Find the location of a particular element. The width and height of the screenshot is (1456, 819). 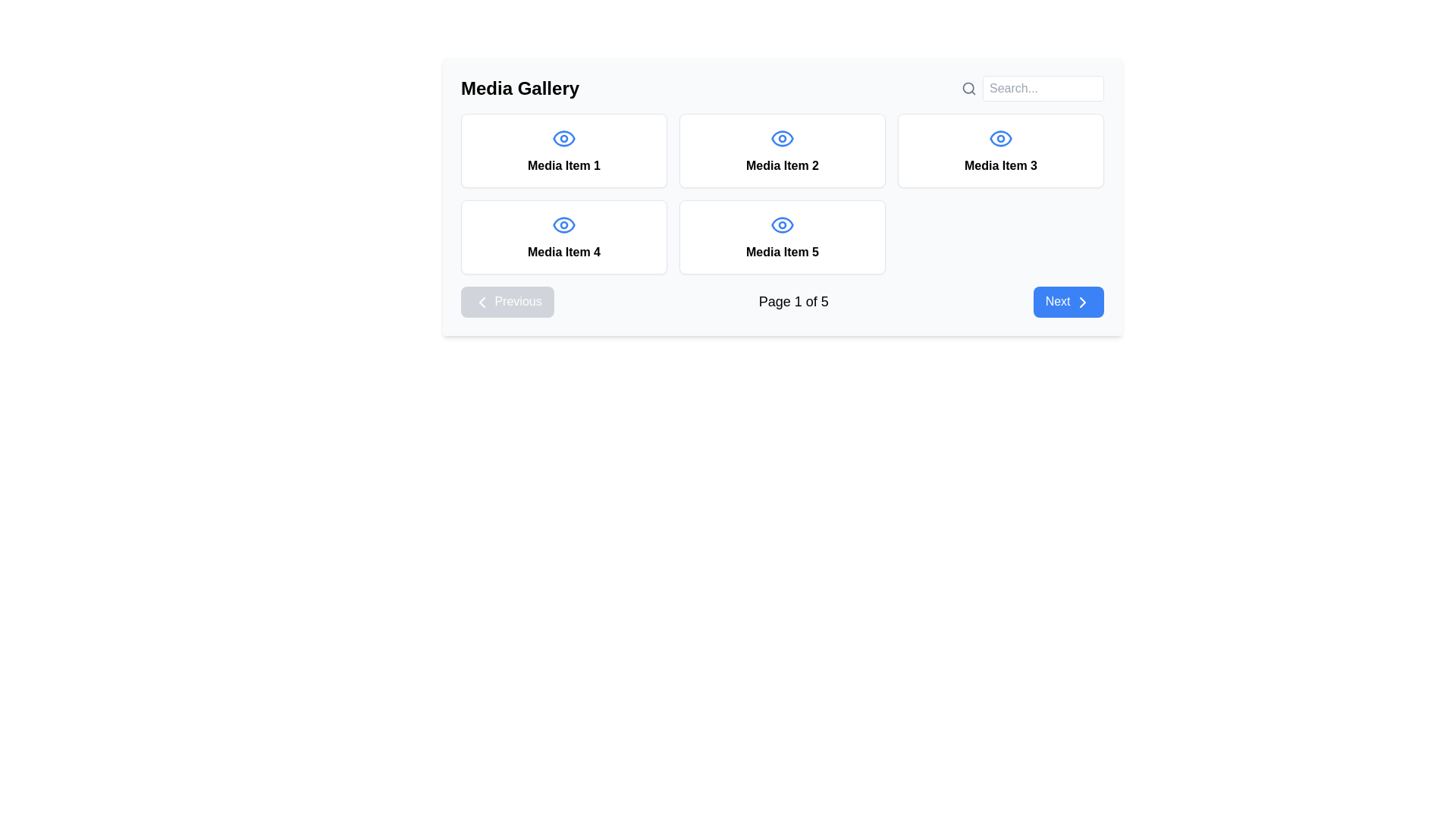

the blue eye icon representing the view feature in the 'Media Item 4' card, located in the second row of the media item grid layout is located at coordinates (563, 225).